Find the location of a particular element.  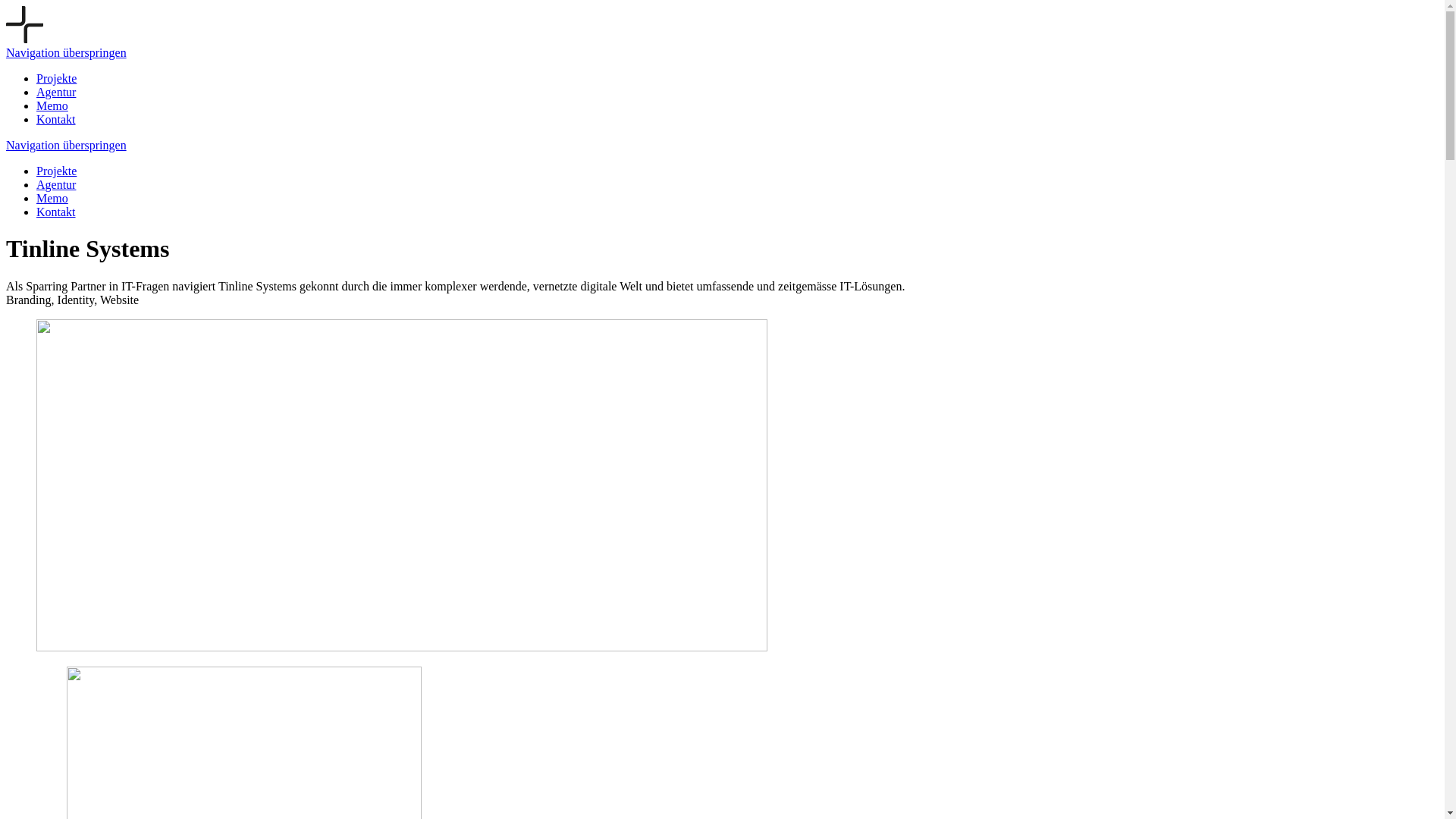

'Projekte' is located at coordinates (56, 78).